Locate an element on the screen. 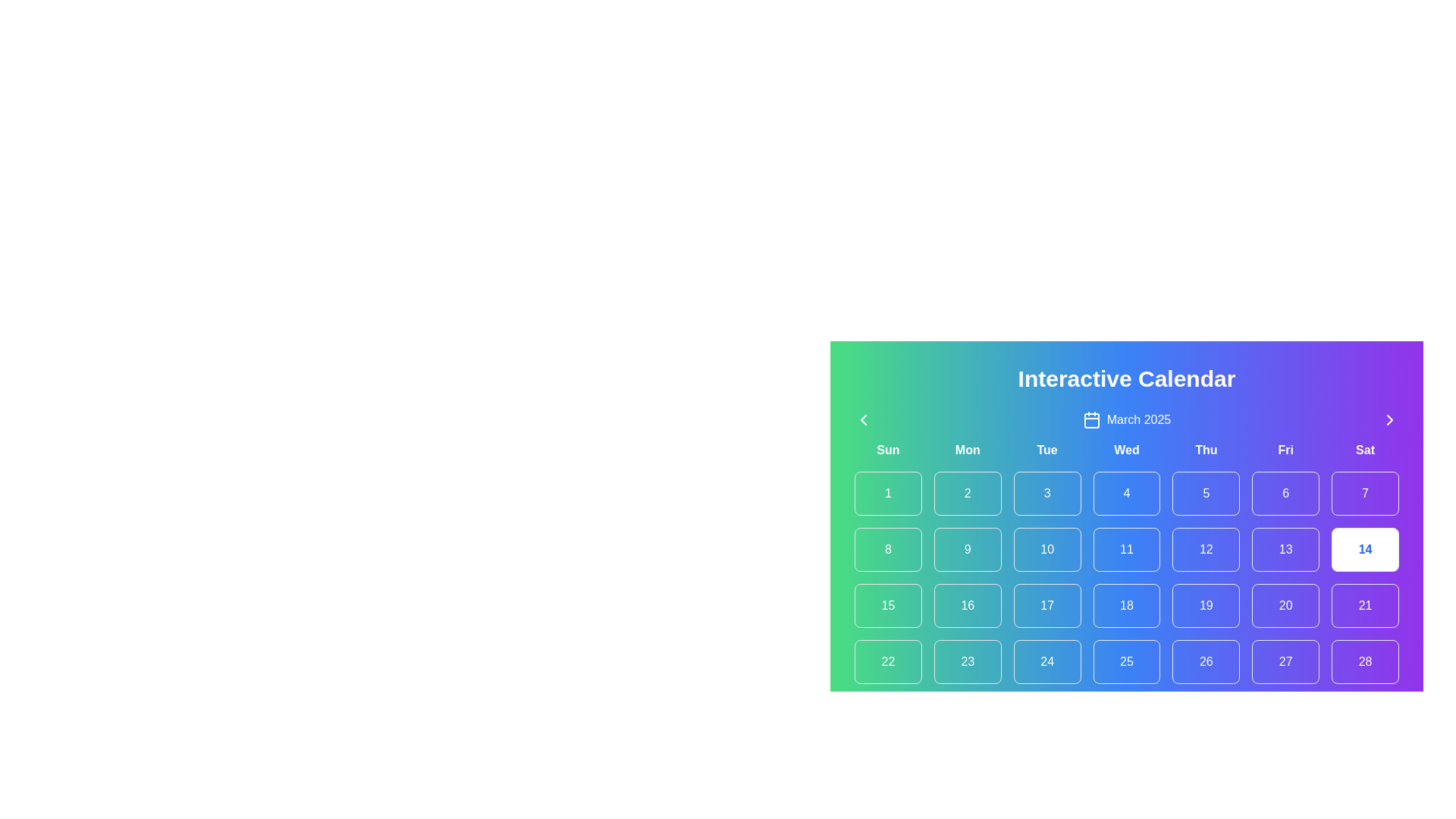 Image resolution: width=1456 pixels, height=819 pixels. the date selection button displaying '17' in the calendar interface is located at coordinates (1046, 604).